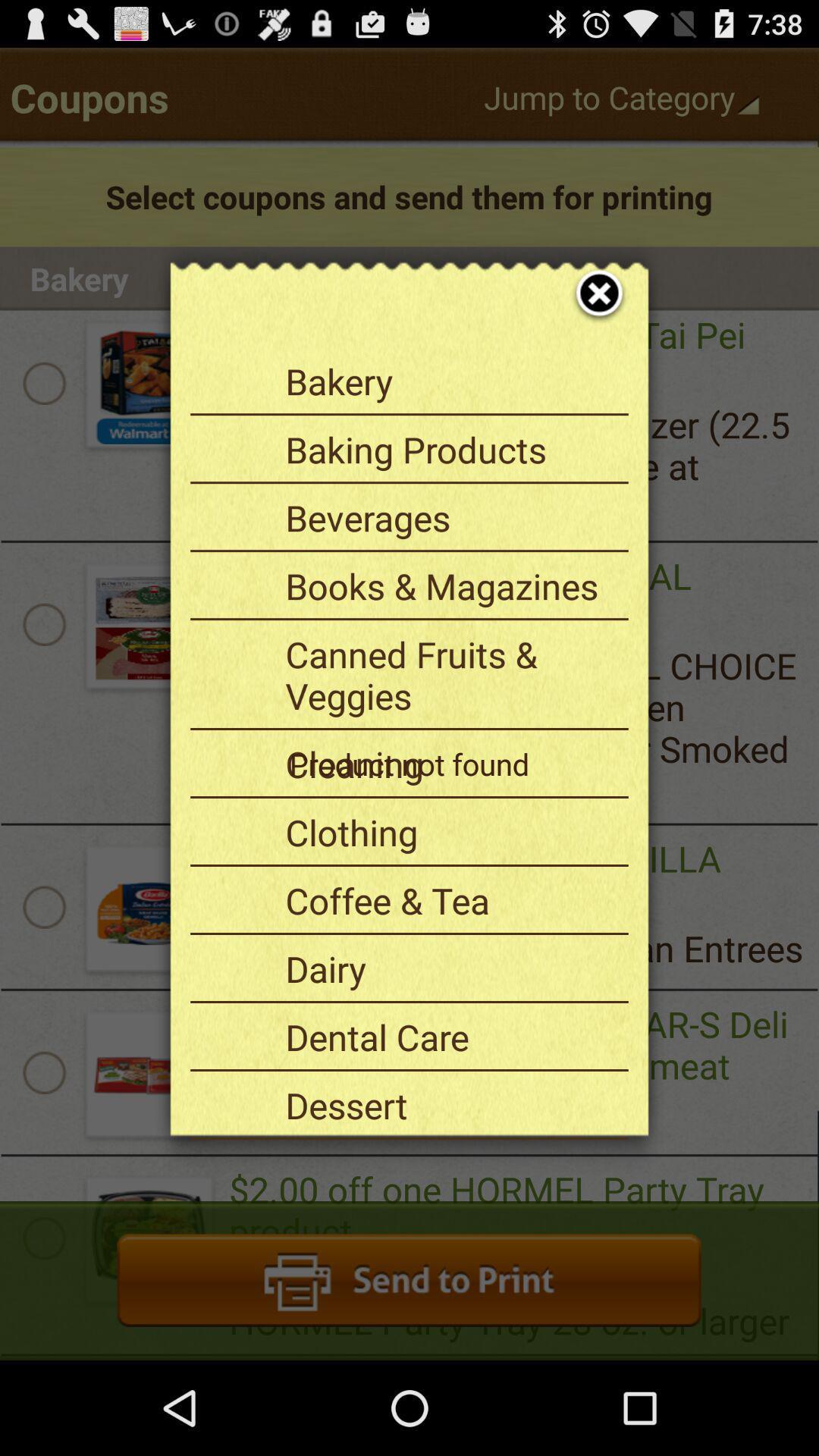  What do you see at coordinates (450, 1105) in the screenshot?
I see `the dessert item` at bounding box center [450, 1105].